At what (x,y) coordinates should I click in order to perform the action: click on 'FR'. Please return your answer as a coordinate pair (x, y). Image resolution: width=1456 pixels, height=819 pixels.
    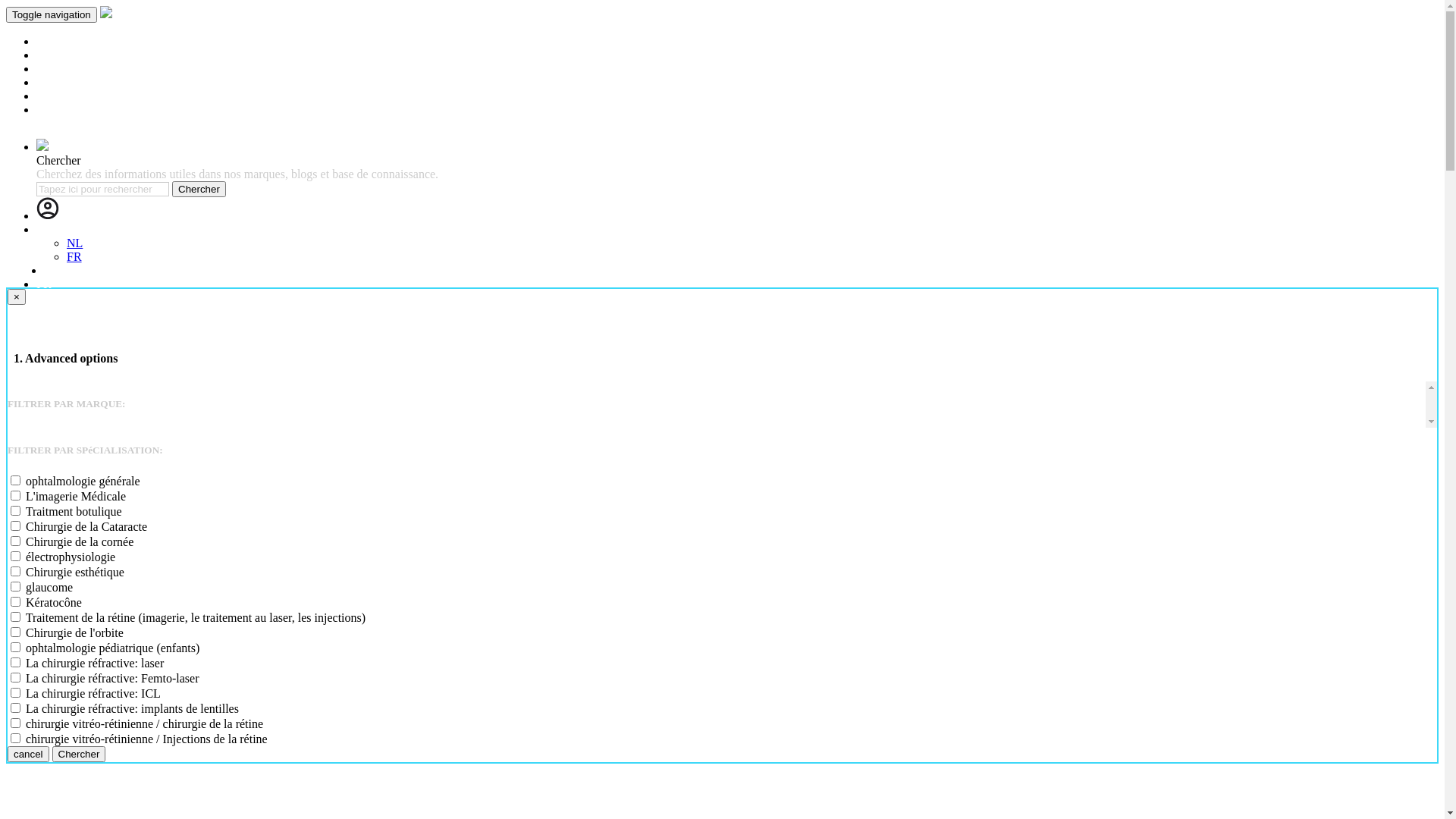
    Looking at the image, I should click on (73, 256).